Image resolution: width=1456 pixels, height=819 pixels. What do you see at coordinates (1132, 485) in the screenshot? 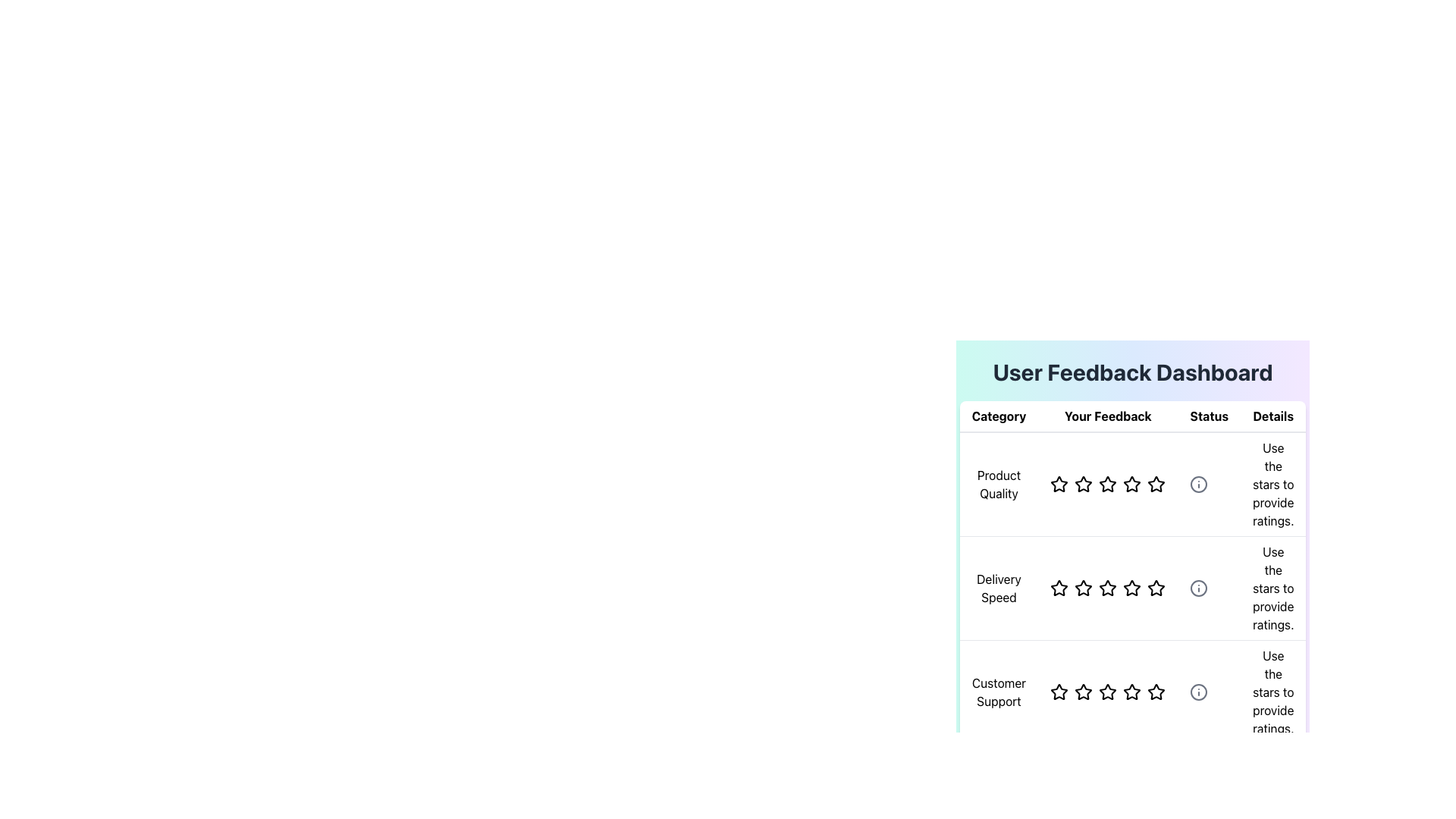
I see `the fourth star-shaped rating icon in the 'Your Feedback' column corresponding to 'Product Quality'` at bounding box center [1132, 485].